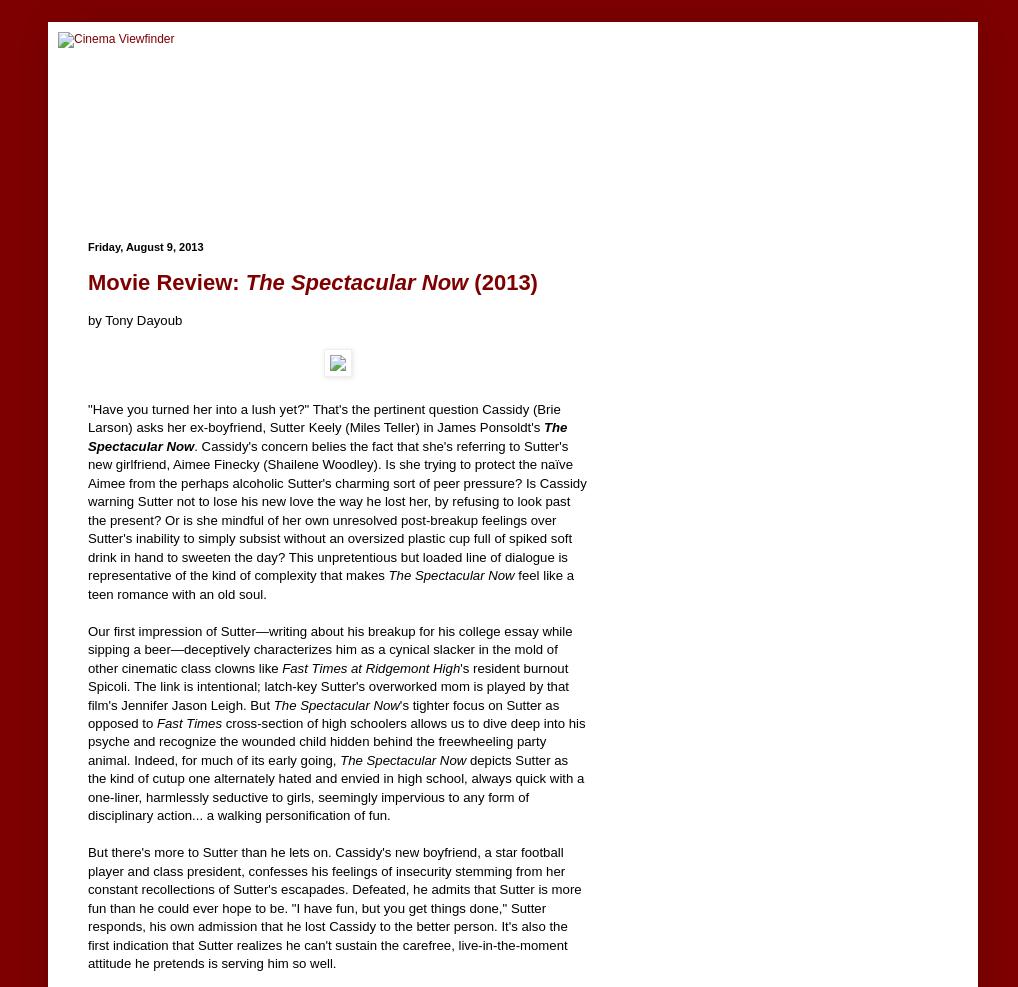 The width and height of the screenshot is (1018, 987). I want to click on '(2013)', so click(502, 281).